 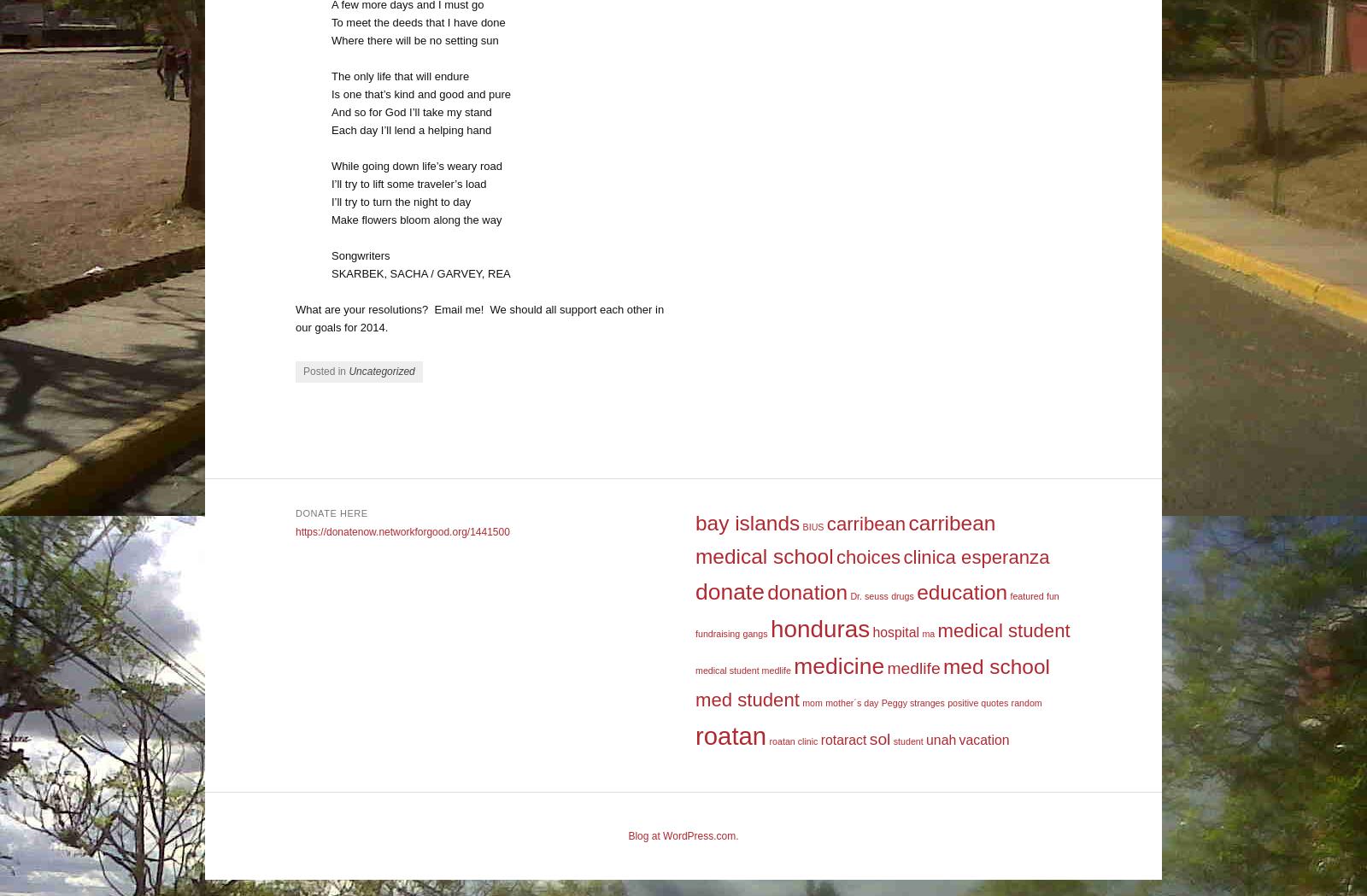 What do you see at coordinates (825, 523) in the screenshot?
I see `'carribean'` at bounding box center [825, 523].